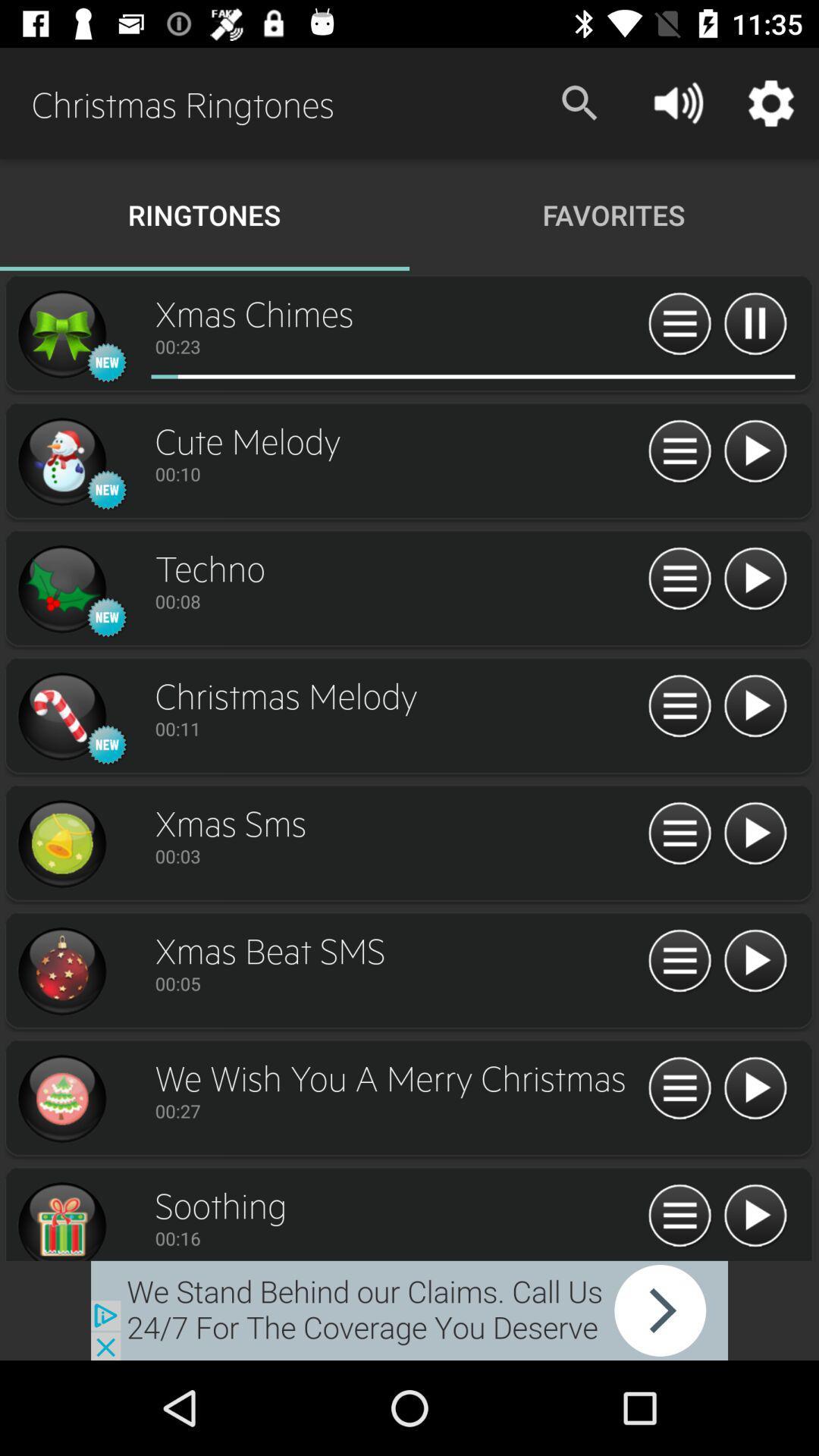 The height and width of the screenshot is (1456, 819). I want to click on open menu, so click(679, 579).